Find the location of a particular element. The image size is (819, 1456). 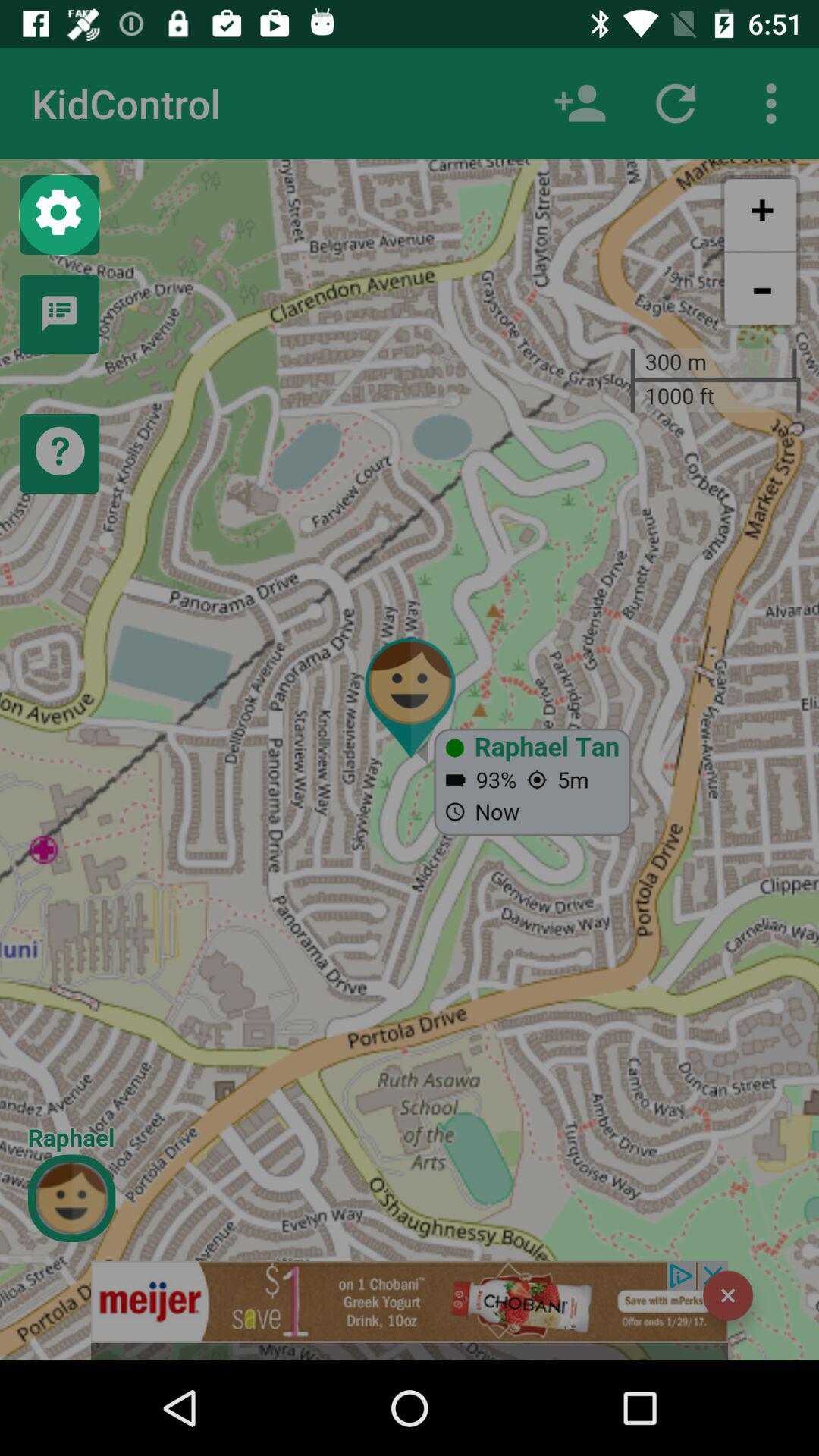

item below kidcontrol item is located at coordinates (58, 214).